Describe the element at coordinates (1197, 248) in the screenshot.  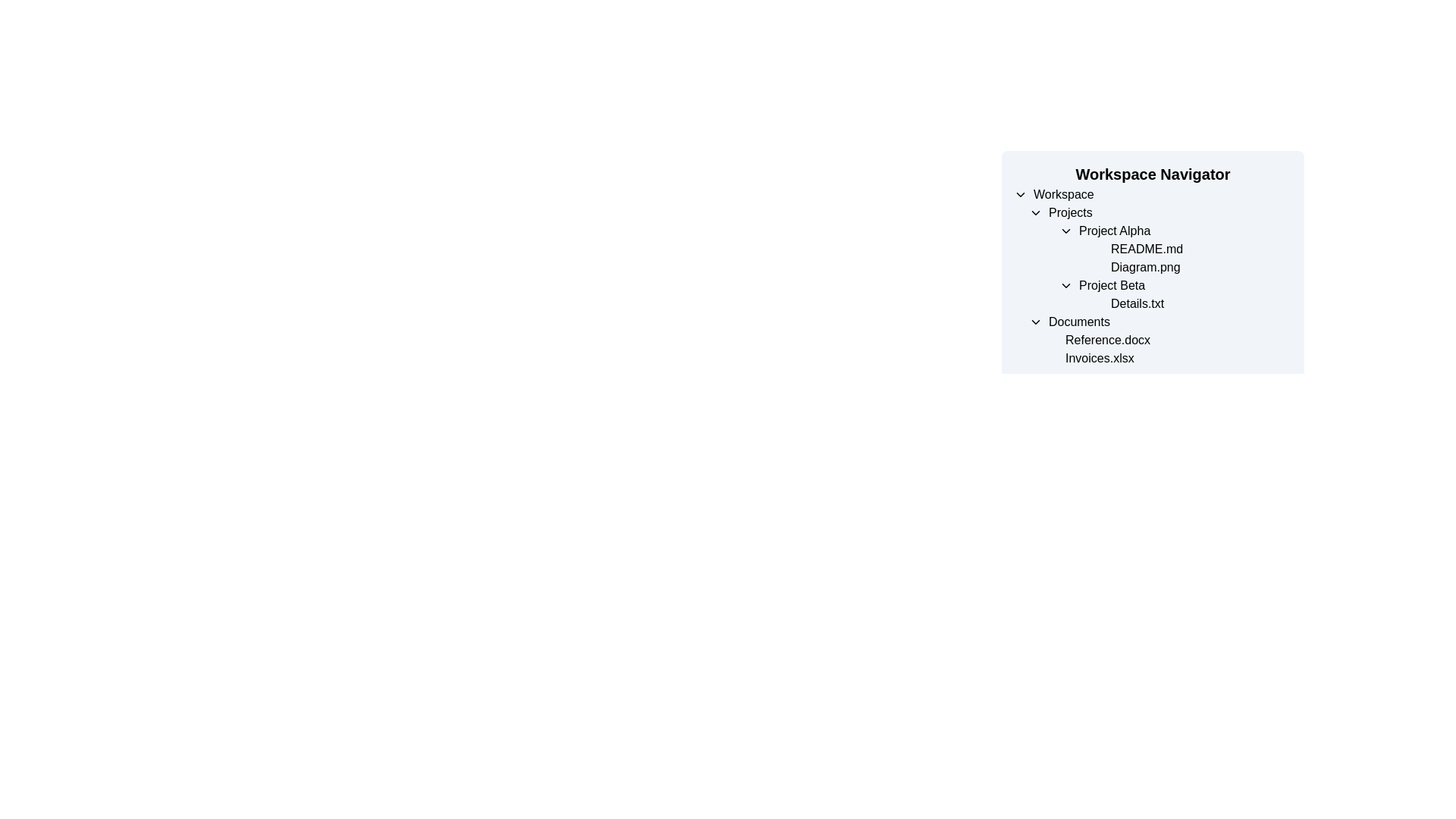
I see `the 'README.md' file in the 'Project Alpha' section of the 'Workspace Navigator' by left-clicking on it` at that location.